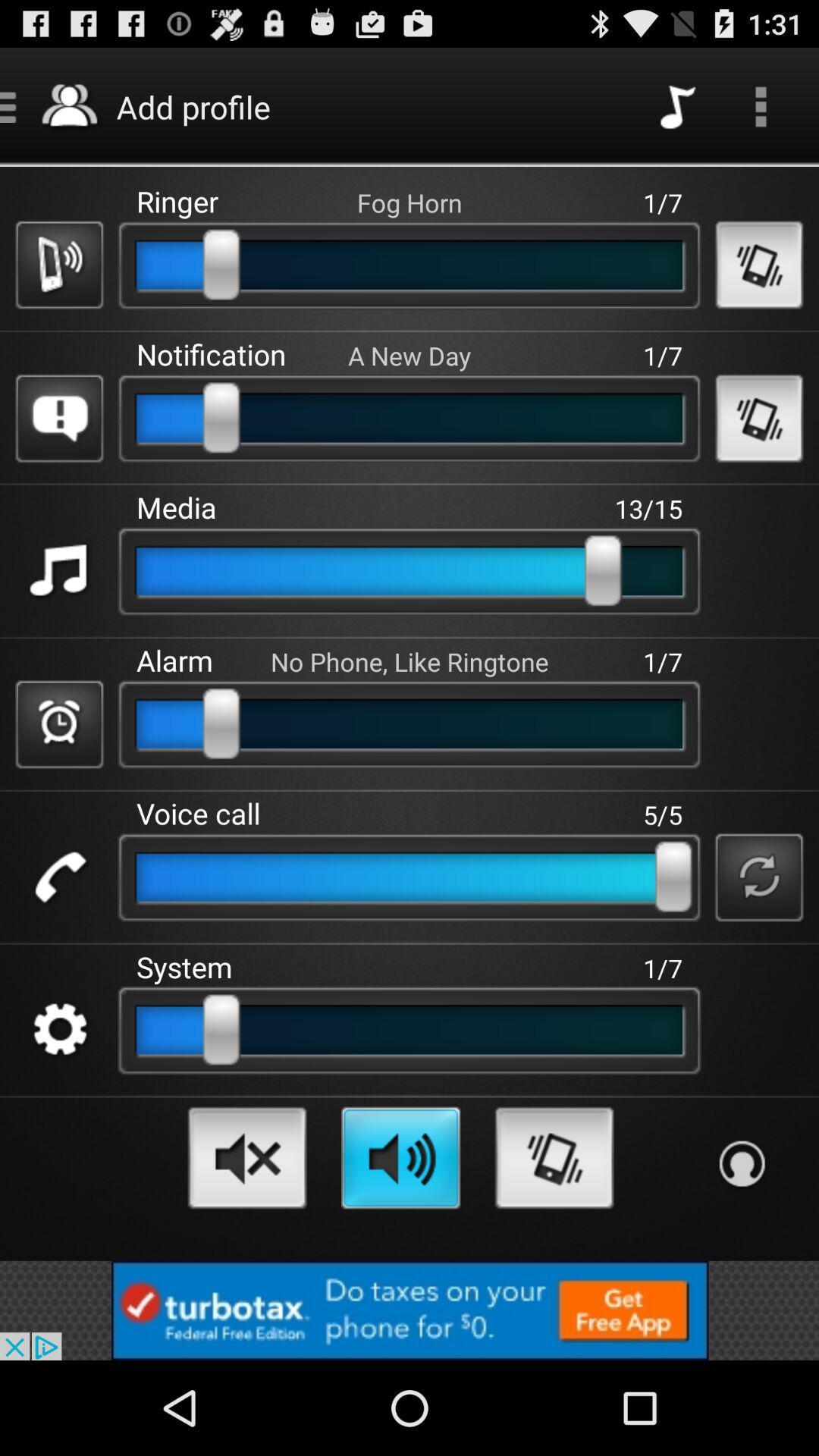 This screenshot has height=1456, width=819. What do you see at coordinates (58, 447) in the screenshot?
I see `the warning icon` at bounding box center [58, 447].